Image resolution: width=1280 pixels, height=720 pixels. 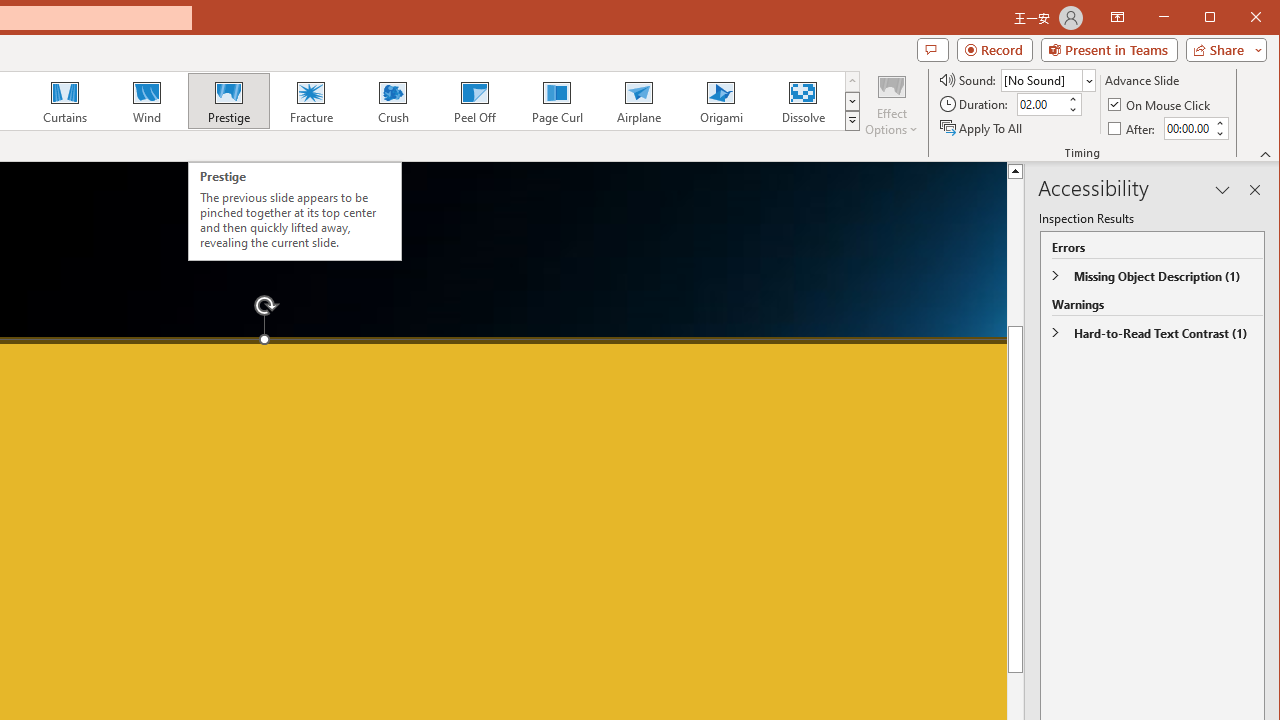 What do you see at coordinates (852, 120) in the screenshot?
I see `'Transition Effects'` at bounding box center [852, 120].